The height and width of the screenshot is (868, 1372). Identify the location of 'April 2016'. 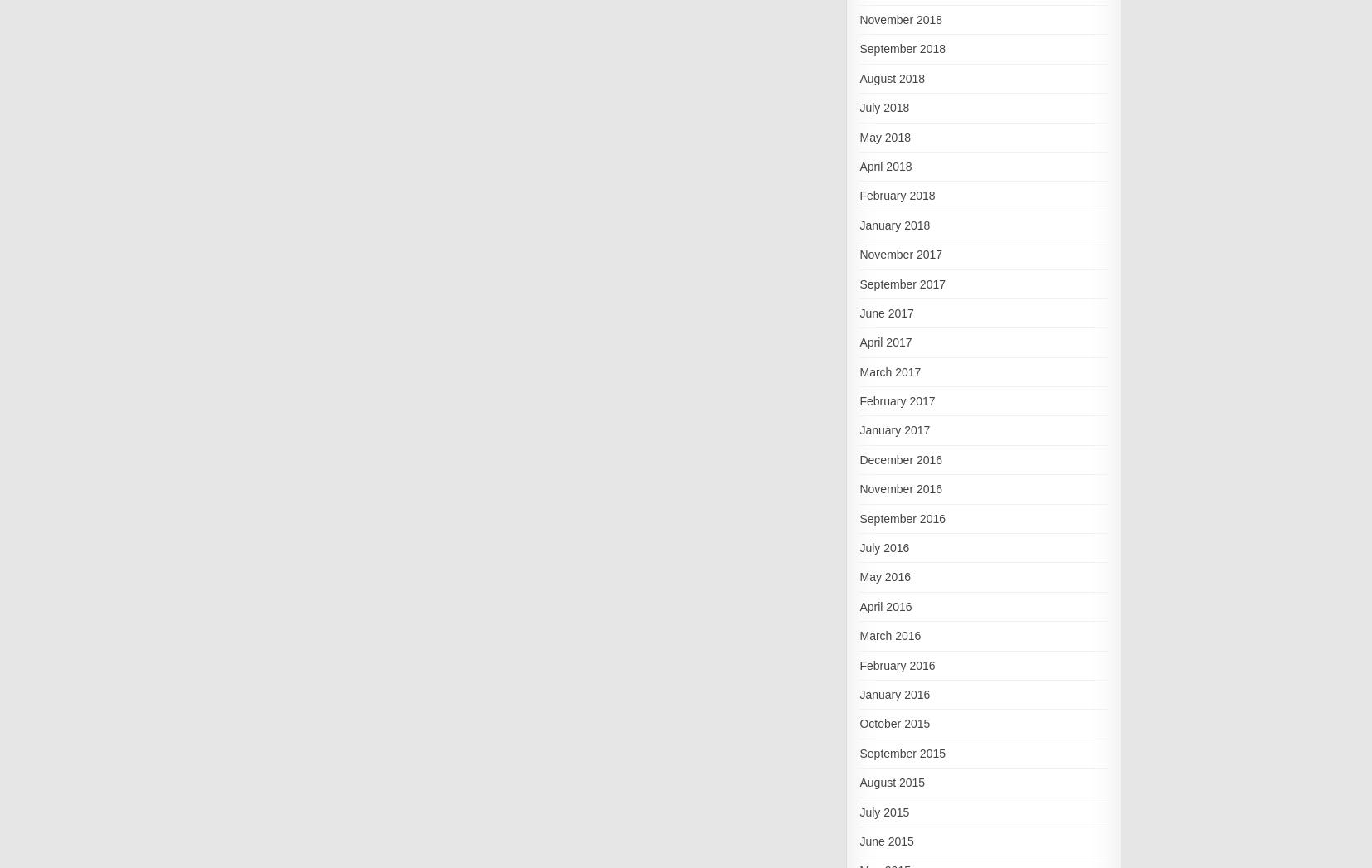
(884, 606).